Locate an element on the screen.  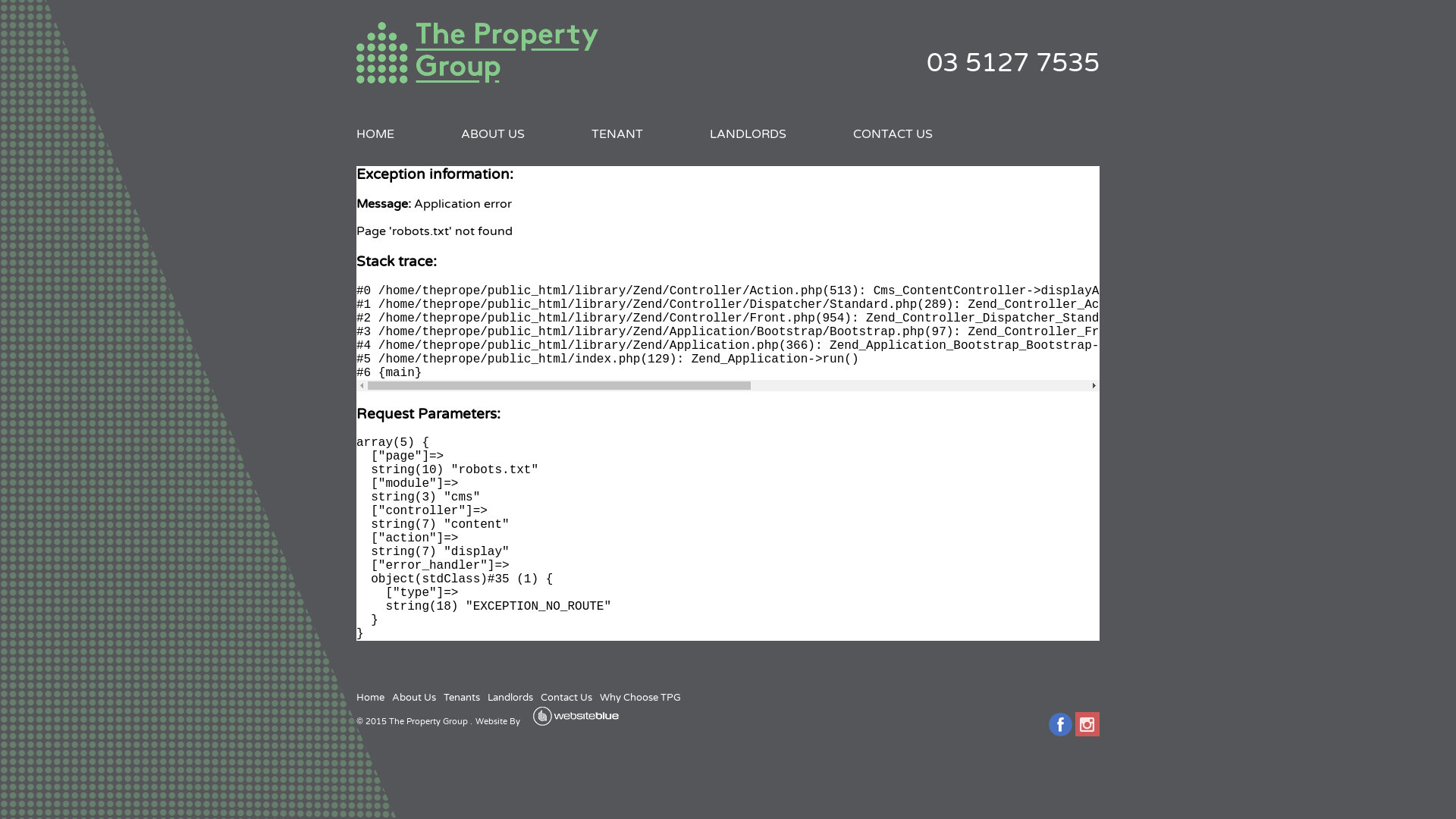
'Landlords' is located at coordinates (510, 698).